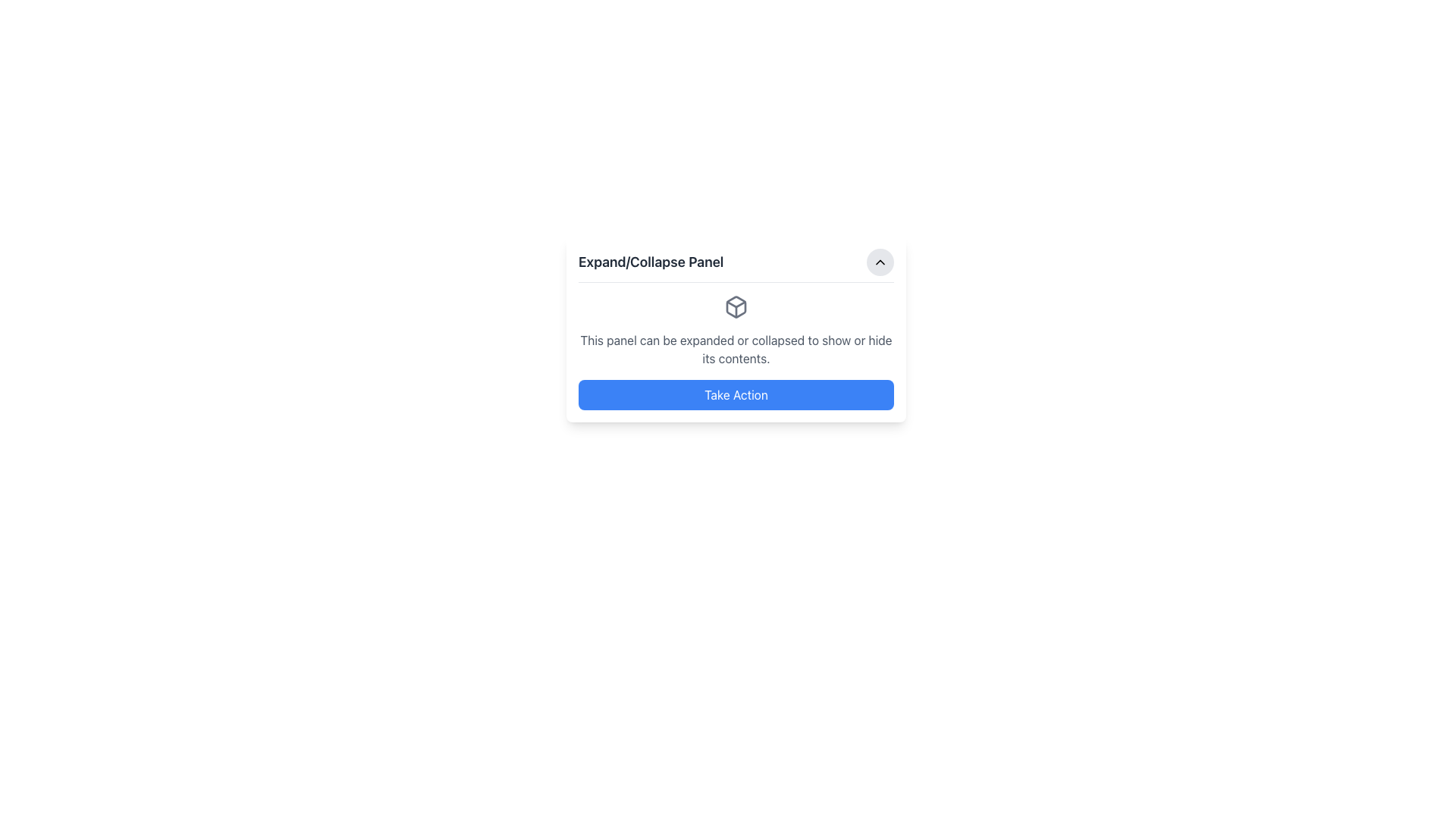 The width and height of the screenshot is (1456, 819). What do you see at coordinates (880, 262) in the screenshot?
I see `the small chevron icon with an upward-pointing arrow within a gray circular background located in the top-right corner of the 'Expand/Collapse Panel.'` at bounding box center [880, 262].